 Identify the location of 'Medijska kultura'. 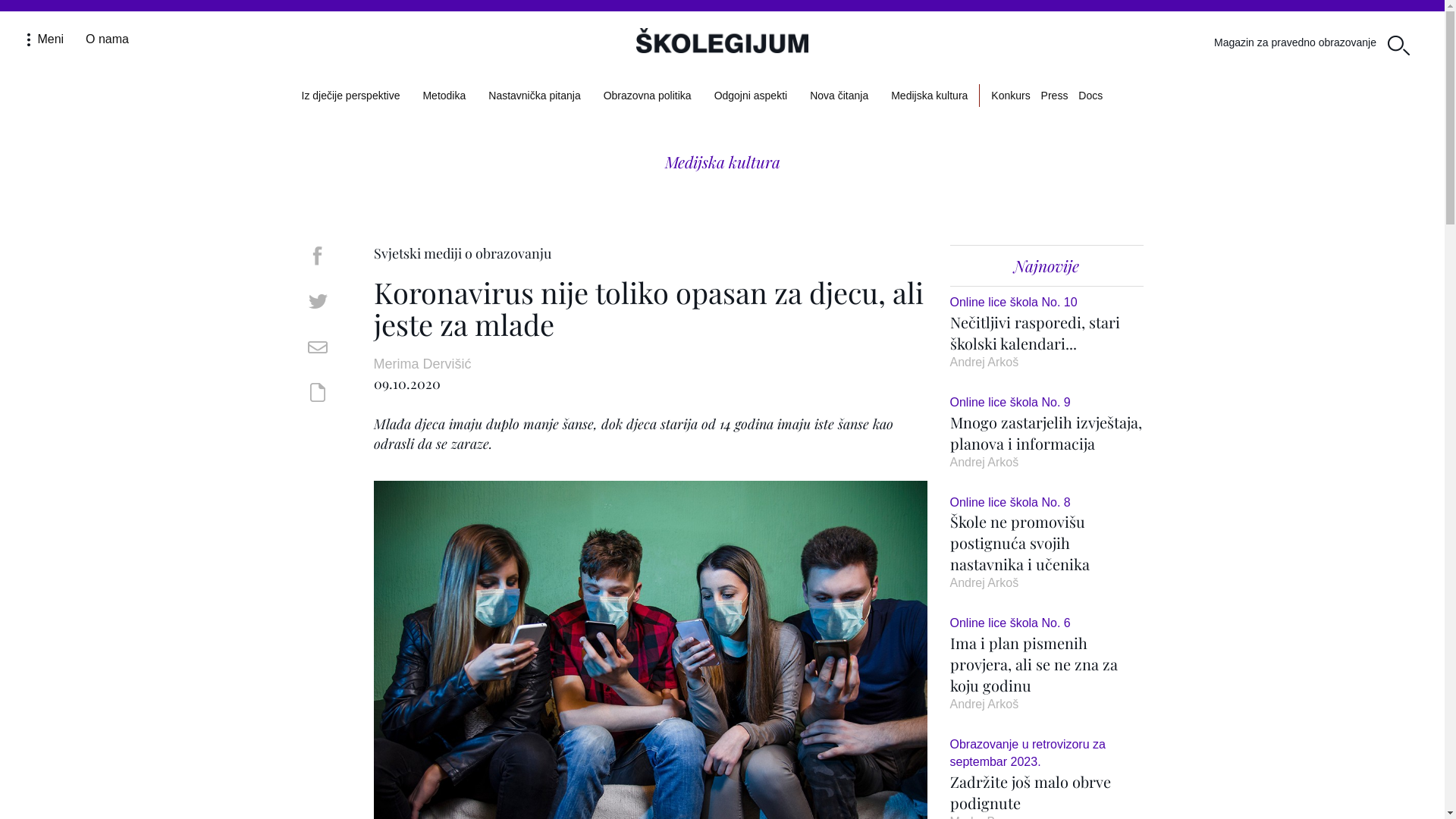
(720, 161).